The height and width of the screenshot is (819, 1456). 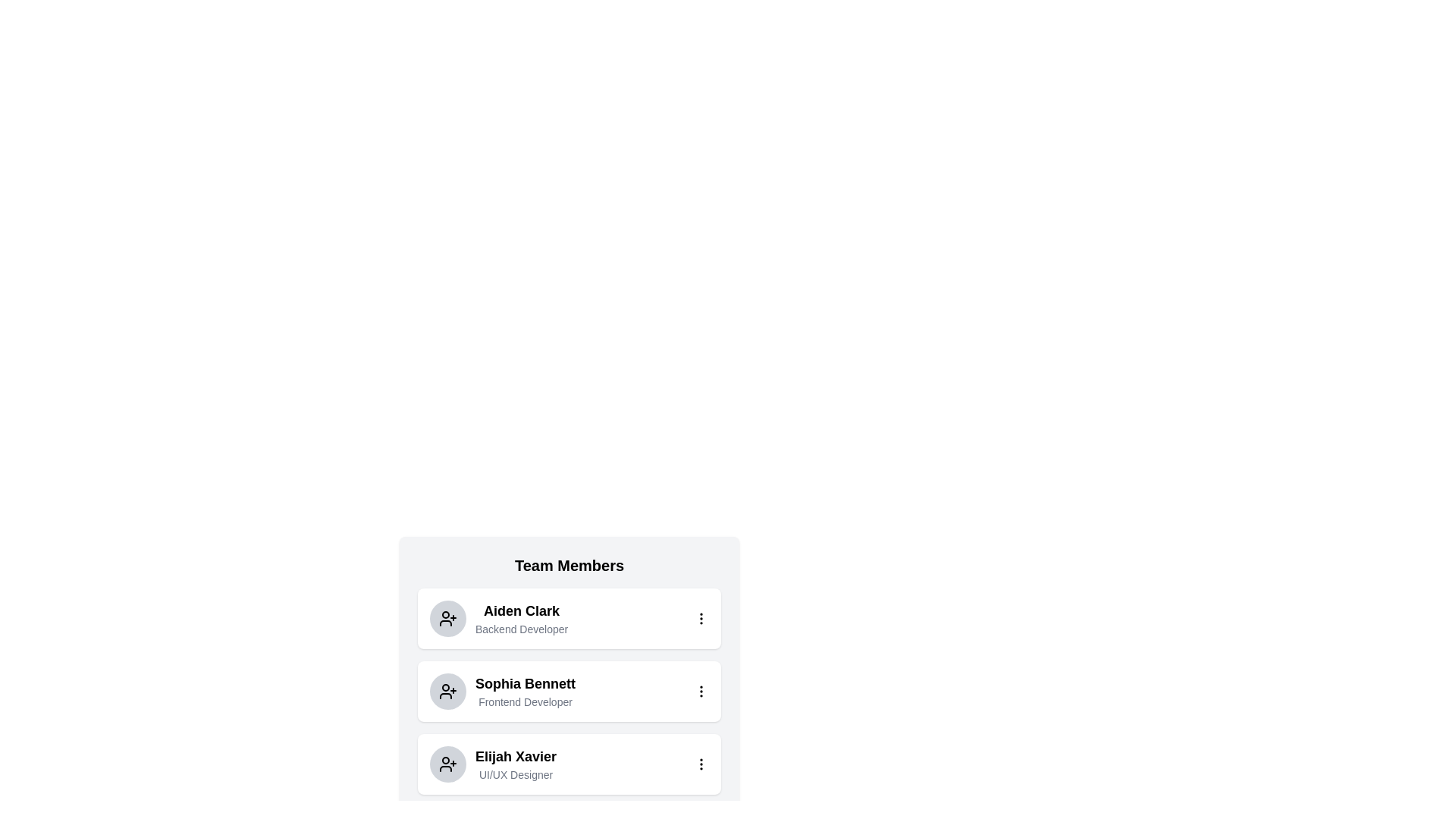 I want to click on the list item for 'Sophia Bennett', so click(x=568, y=691).